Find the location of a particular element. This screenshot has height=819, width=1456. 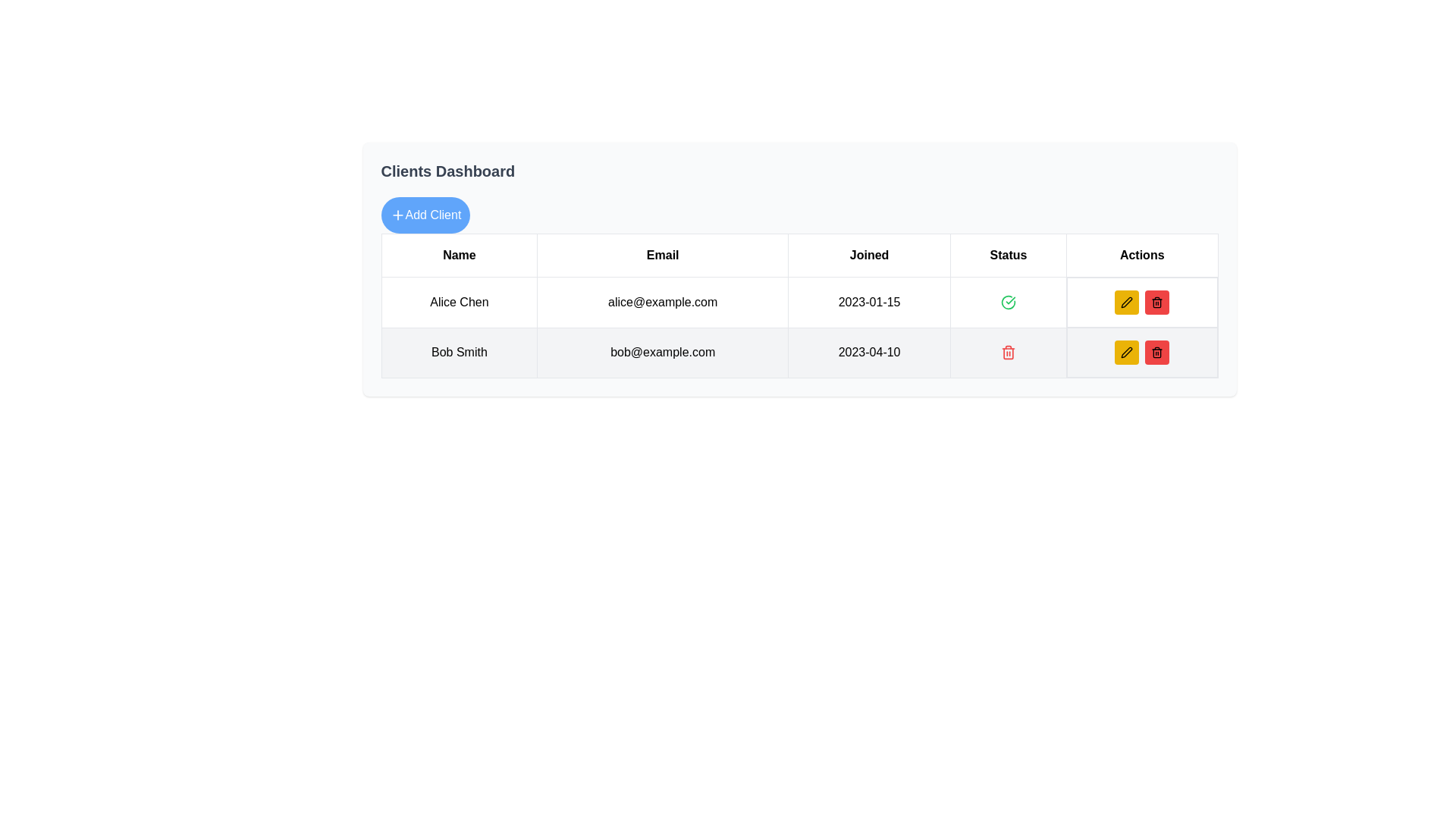

the static text displaying Alice Chen's email address in the second column of the first row of the Clients Dashboard table is located at coordinates (663, 302).